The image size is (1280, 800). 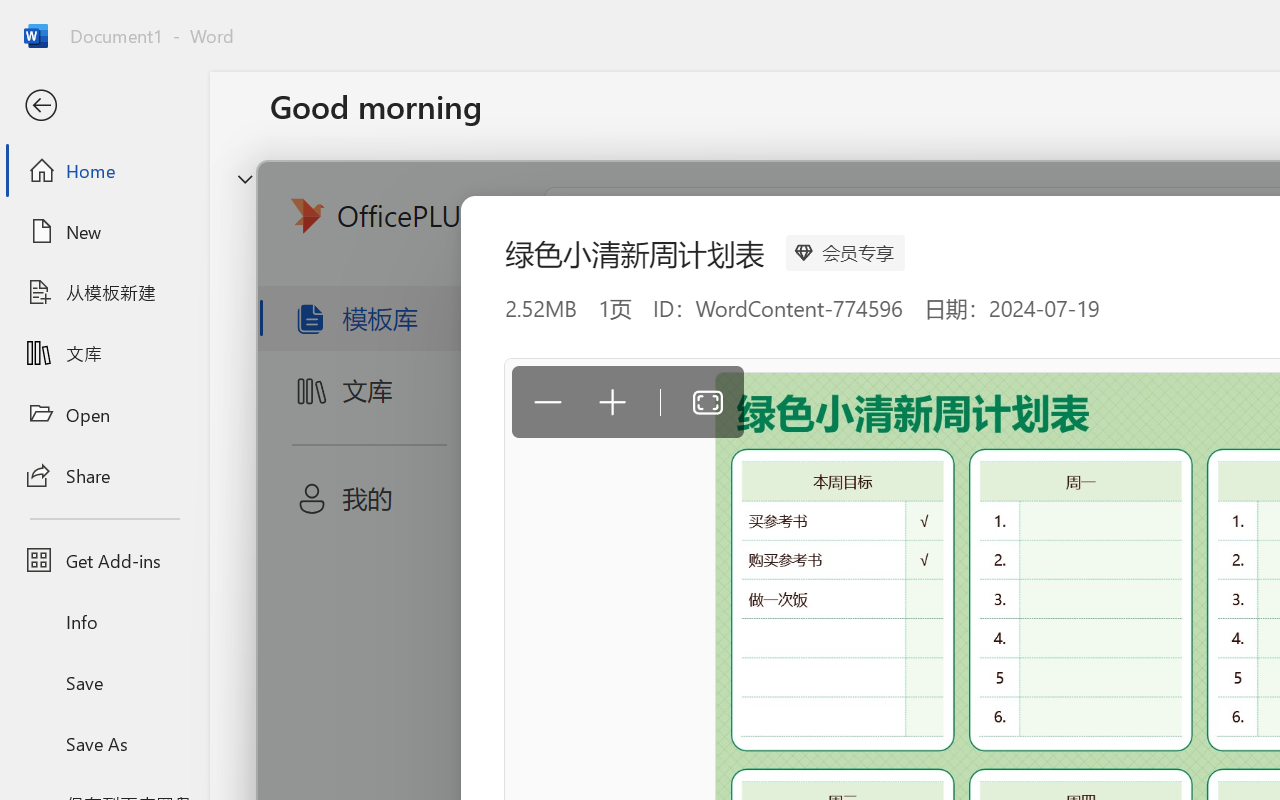 I want to click on 'Info', so click(x=103, y=621).